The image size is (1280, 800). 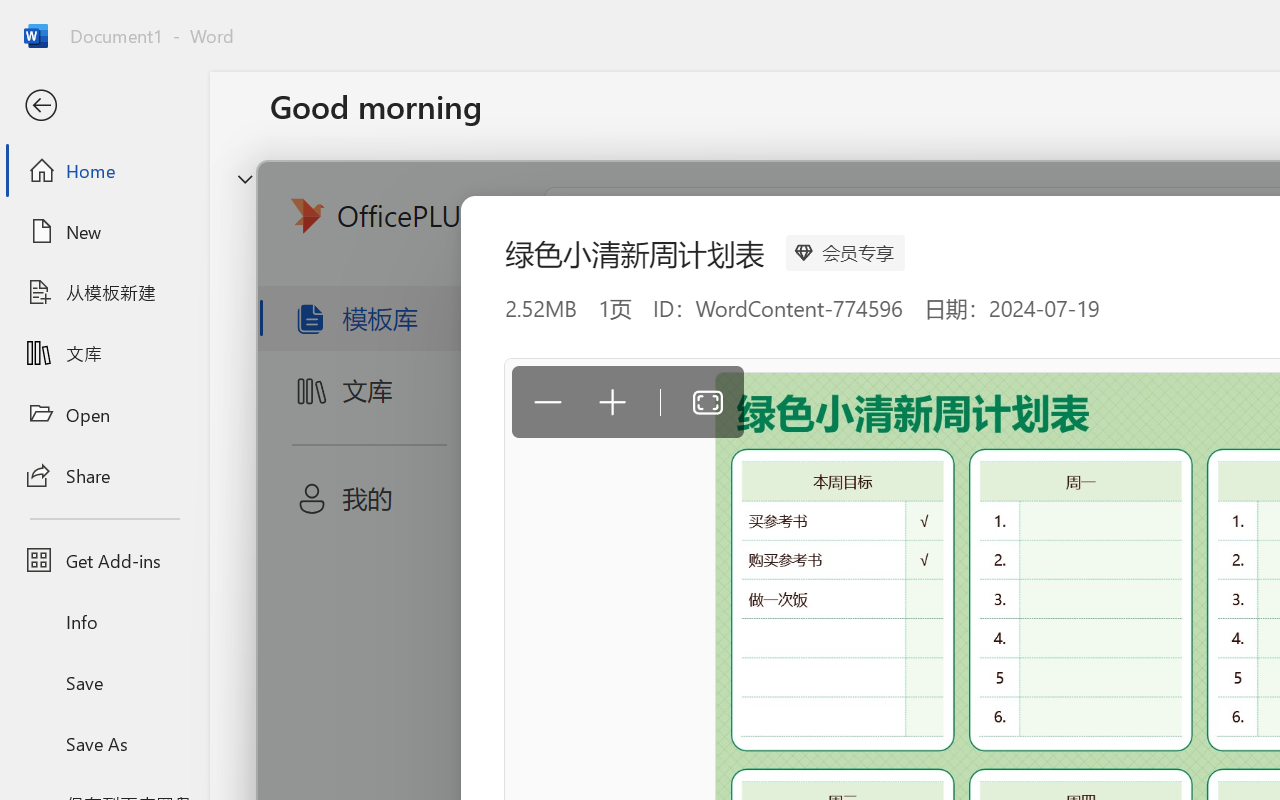 I want to click on 'Info', so click(x=103, y=621).